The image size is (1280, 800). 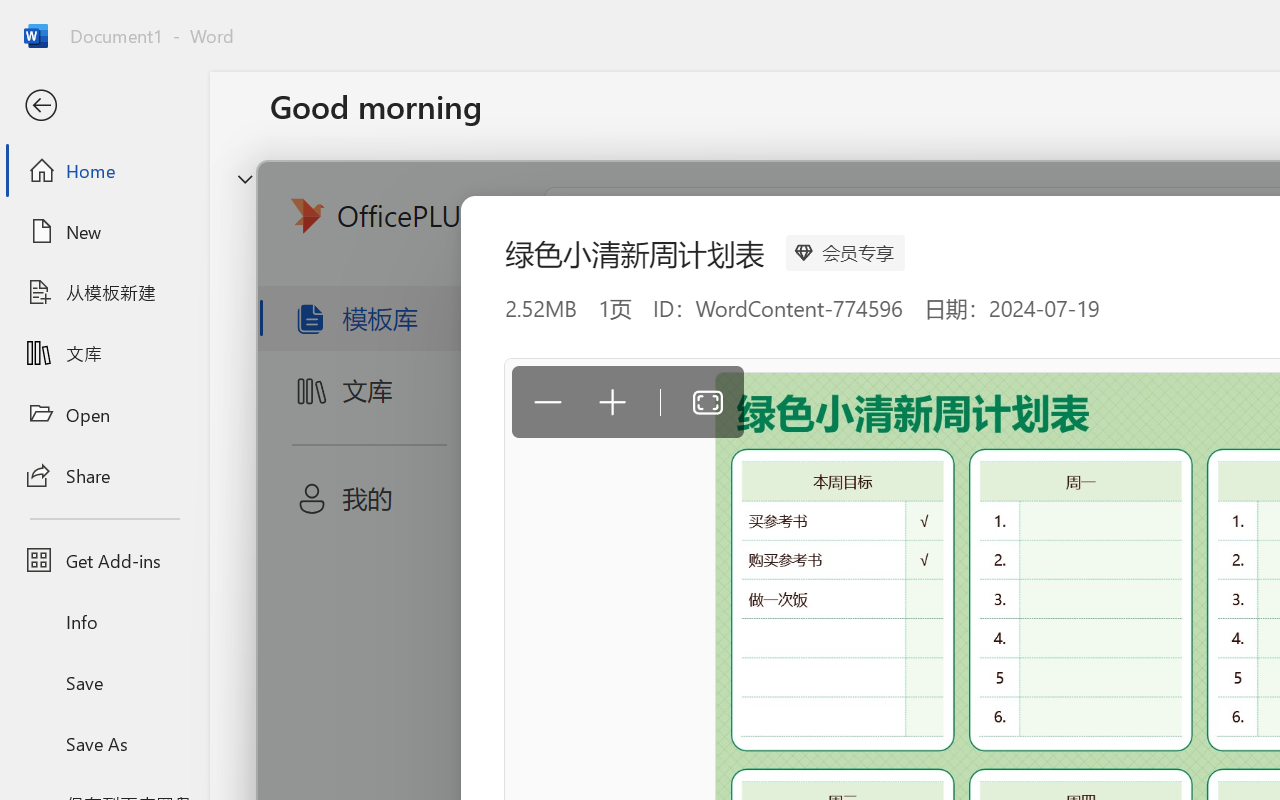 I want to click on 'Info', so click(x=103, y=621).